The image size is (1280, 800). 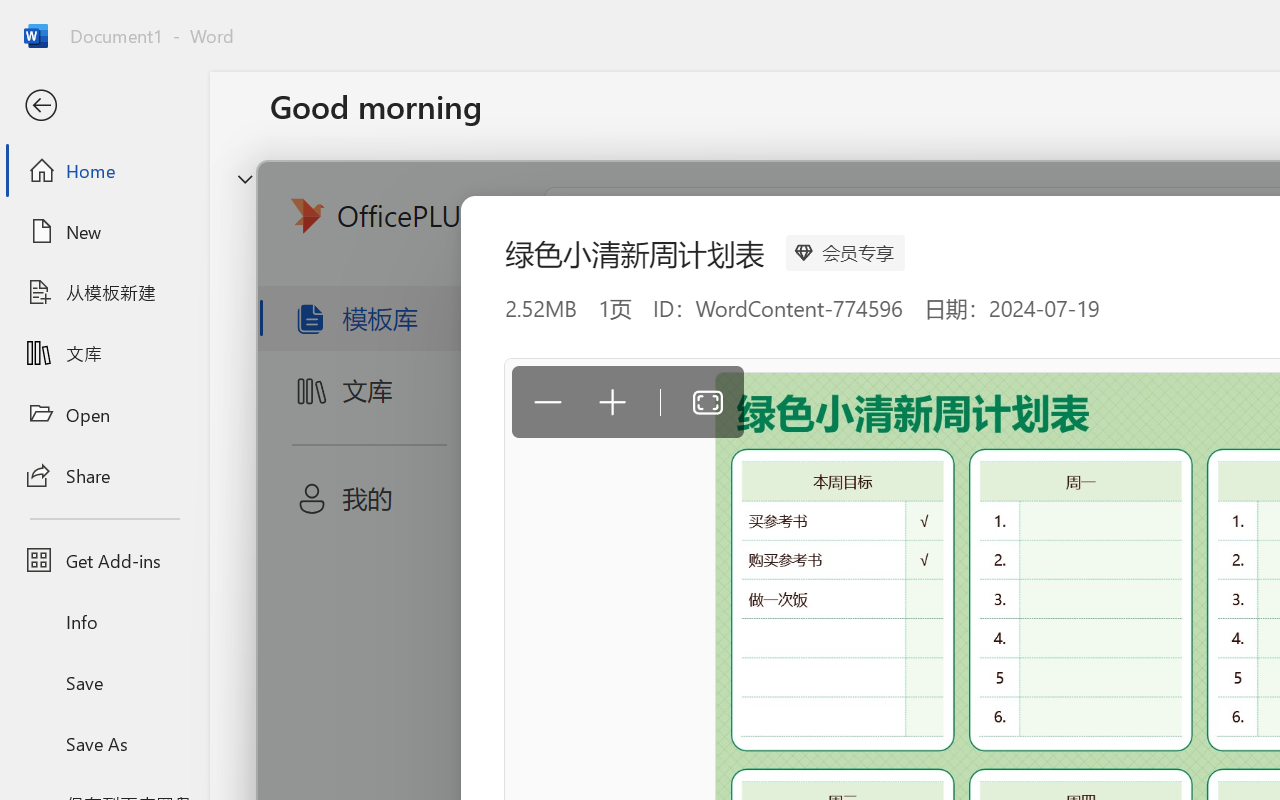 I want to click on 'Info', so click(x=103, y=621).